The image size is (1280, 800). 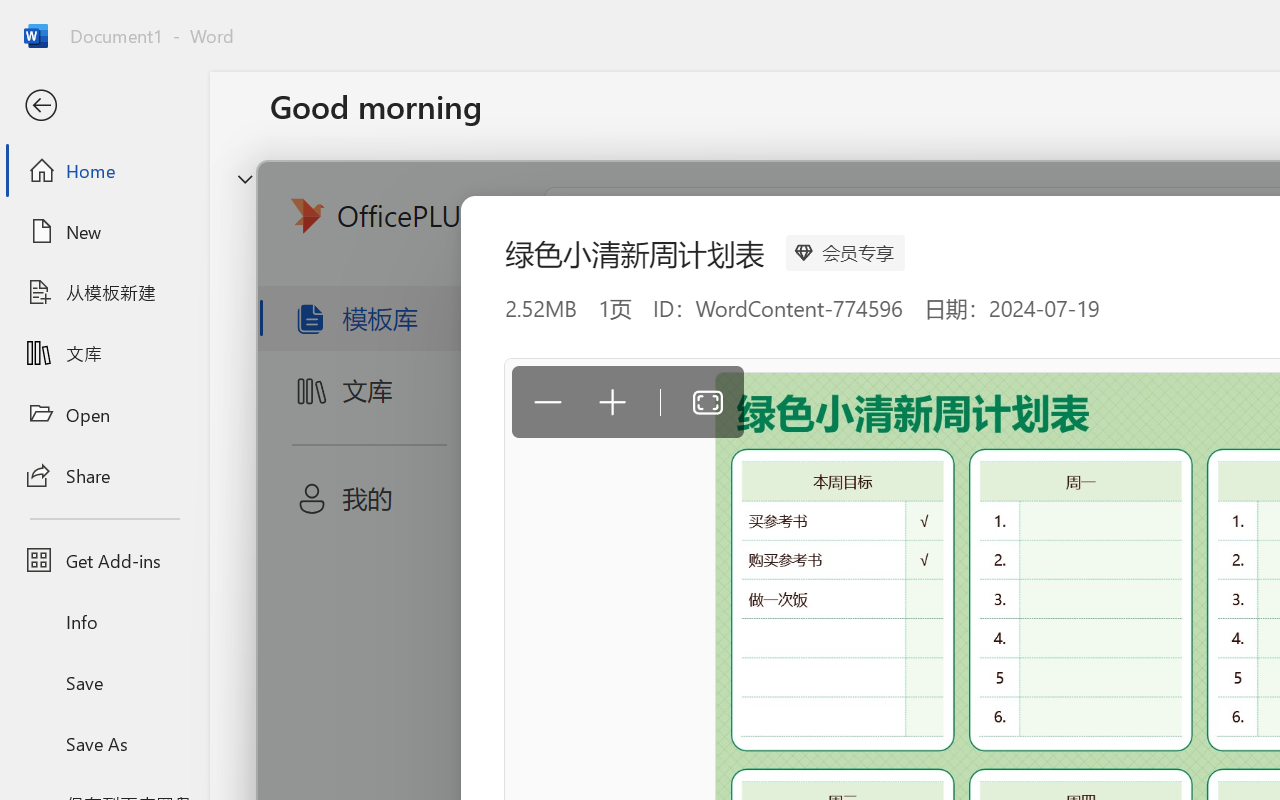 I want to click on 'Info', so click(x=103, y=621).